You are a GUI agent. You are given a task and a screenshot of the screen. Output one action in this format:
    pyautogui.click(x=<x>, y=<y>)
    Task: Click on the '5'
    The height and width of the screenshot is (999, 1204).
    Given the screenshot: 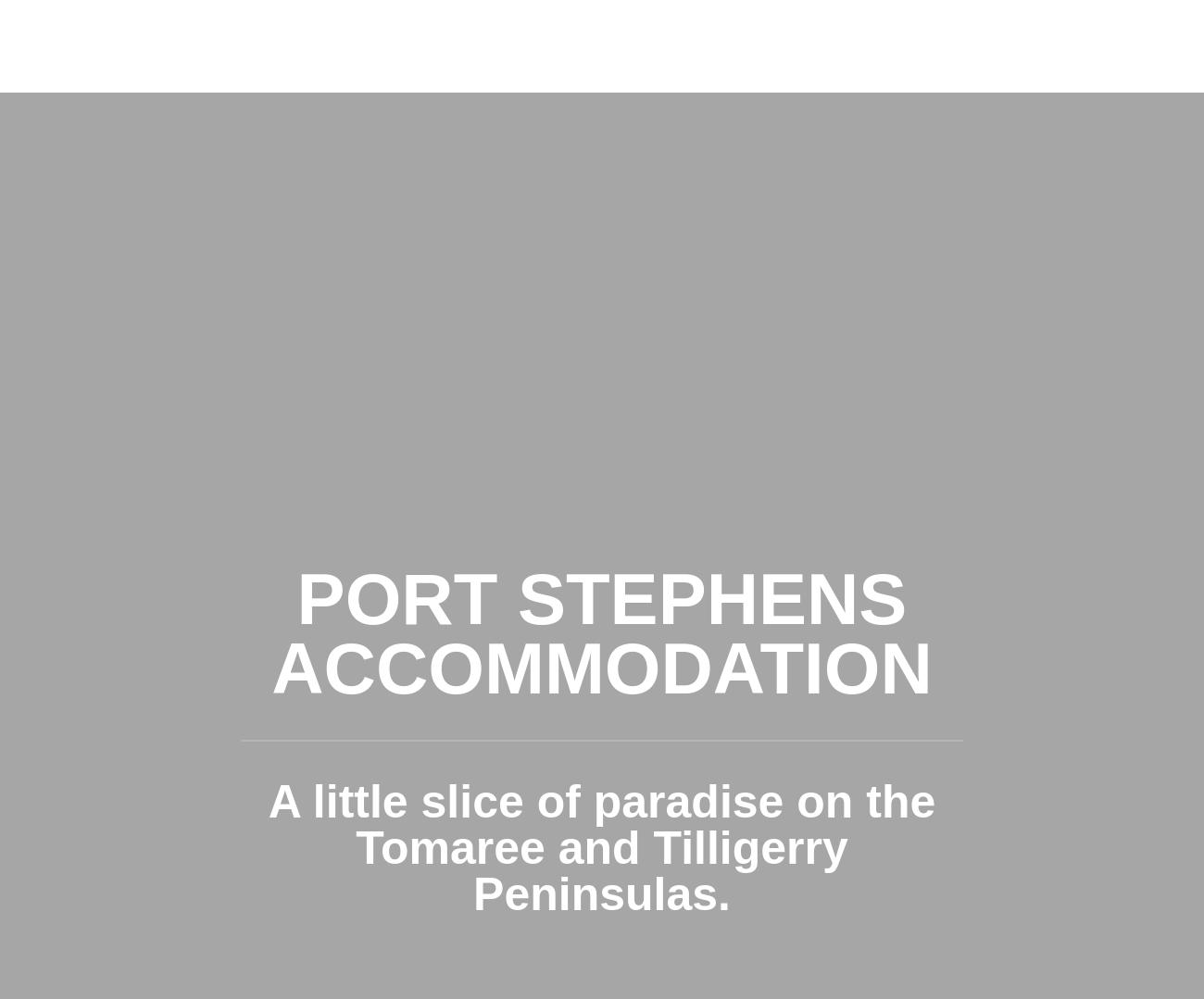 What is the action you would take?
    pyautogui.click(x=164, y=238)
    